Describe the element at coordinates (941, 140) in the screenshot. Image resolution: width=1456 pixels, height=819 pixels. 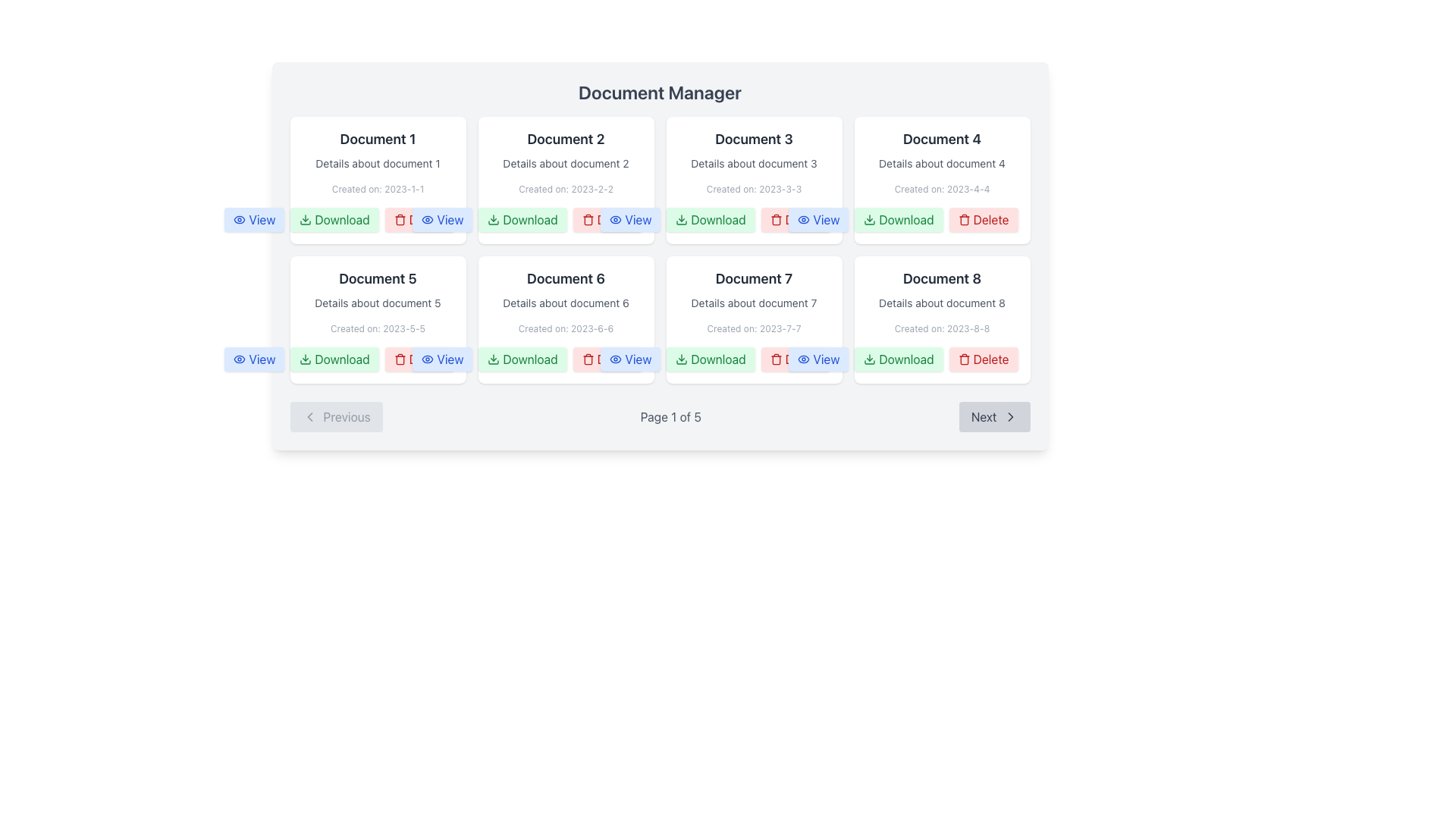
I see `the text label displaying 'Document 4', which is the header of the top-right card in the document manager interface` at that location.